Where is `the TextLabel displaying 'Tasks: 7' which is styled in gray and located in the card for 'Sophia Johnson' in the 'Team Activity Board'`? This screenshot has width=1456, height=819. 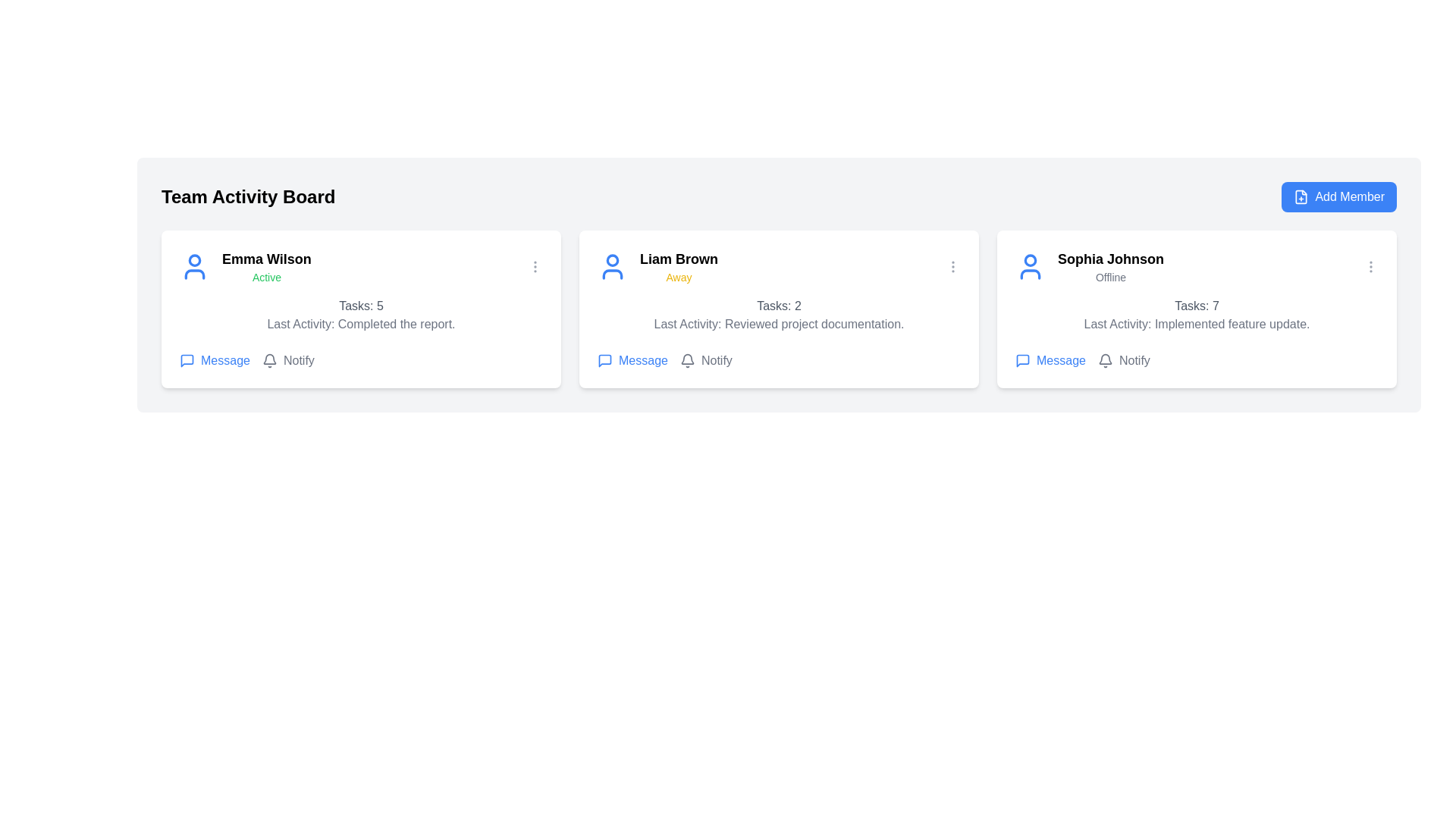
the TextLabel displaying 'Tasks: 7' which is styled in gray and located in the card for 'Sophia Johnson' in the 'Team Activity Board' is located at coordinates (1196, 306).